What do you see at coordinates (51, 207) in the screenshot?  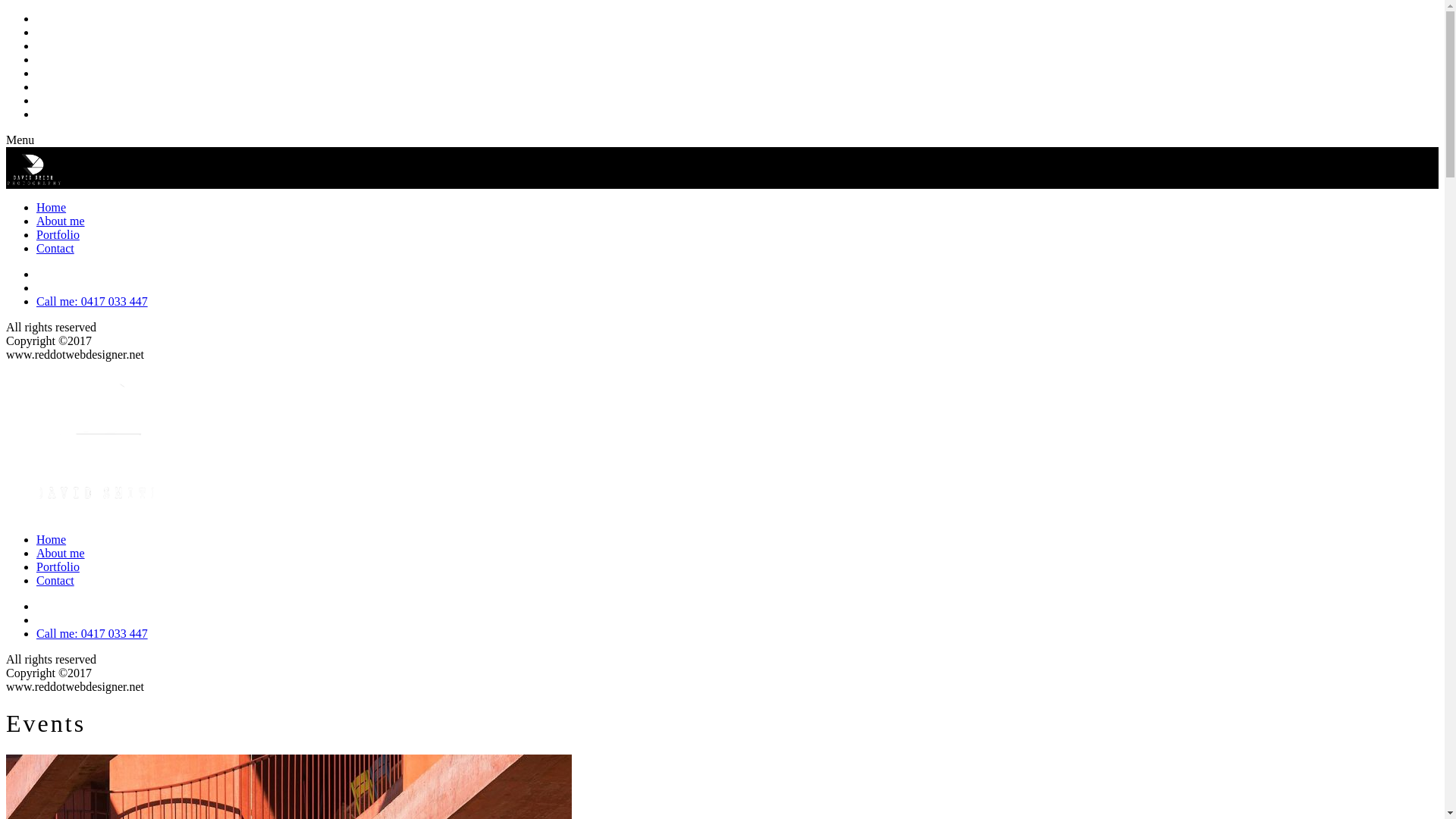 I see `'Home'` at bounding box center [51, 207].